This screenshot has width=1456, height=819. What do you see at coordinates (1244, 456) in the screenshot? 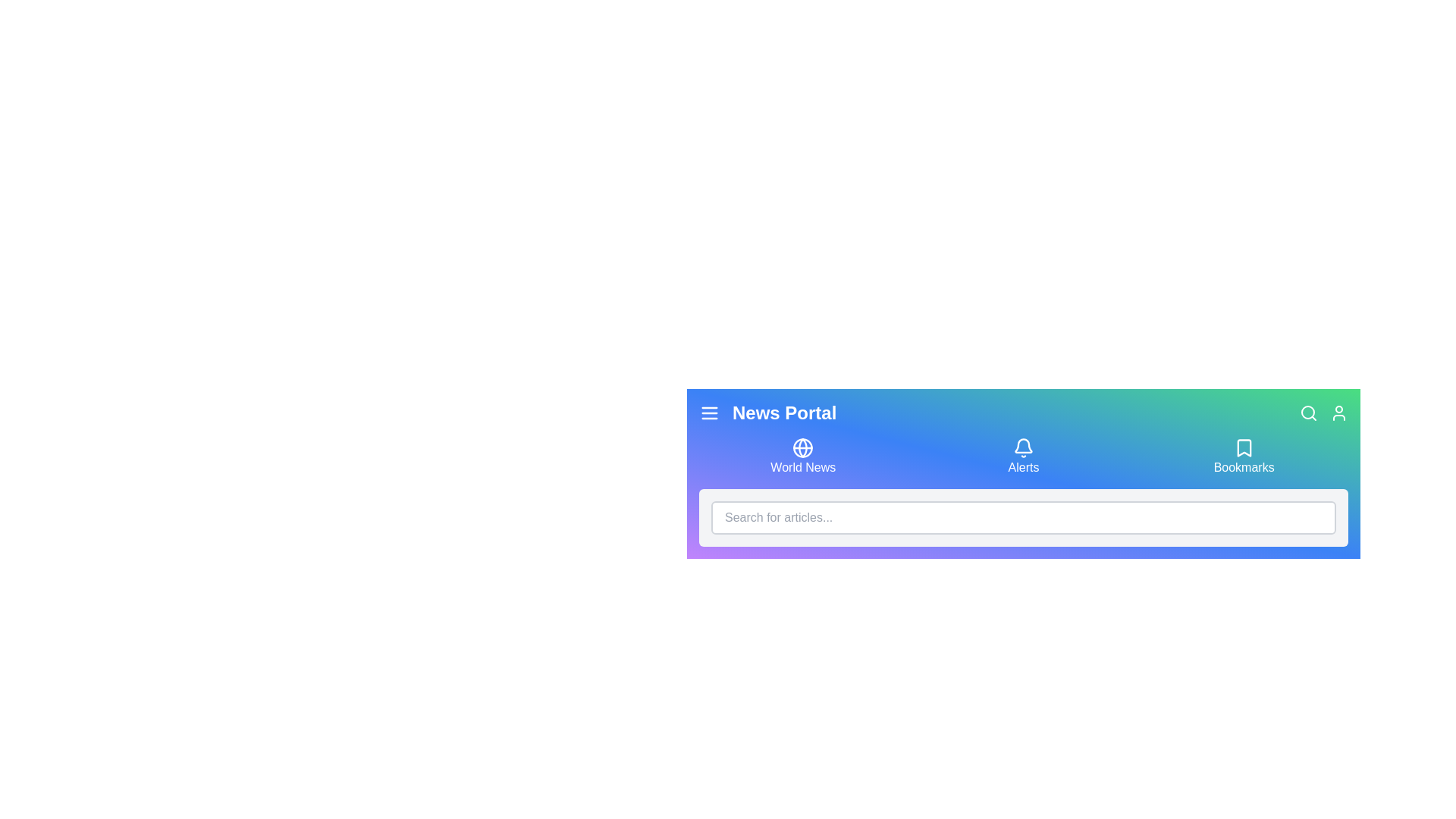
I see `the 'Bookmarks' button to navigate to the 'Bookmarks' section` at bounding box center [1244, 456].